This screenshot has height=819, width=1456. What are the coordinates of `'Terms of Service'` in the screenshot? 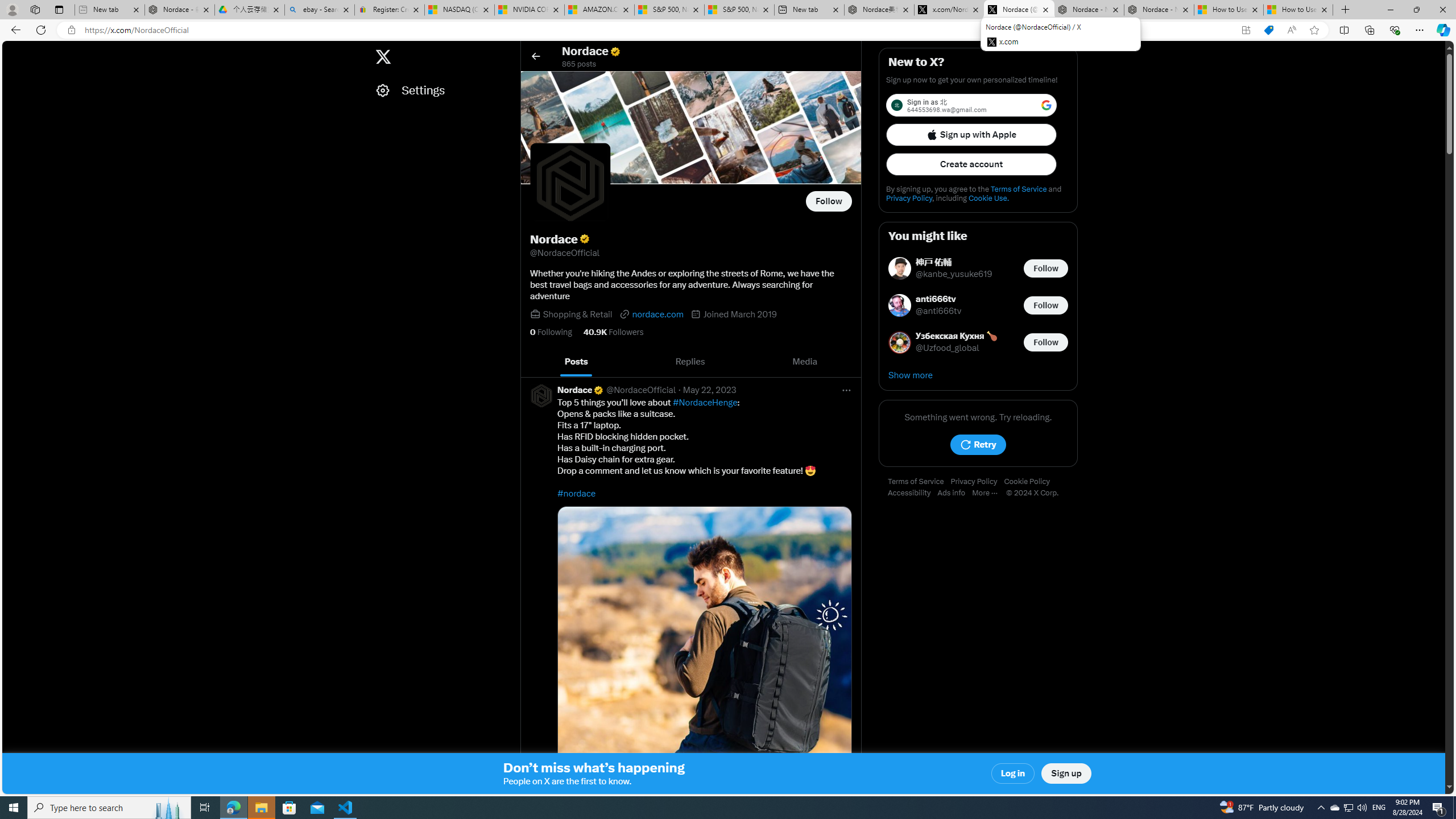 It's located at (919, 481).